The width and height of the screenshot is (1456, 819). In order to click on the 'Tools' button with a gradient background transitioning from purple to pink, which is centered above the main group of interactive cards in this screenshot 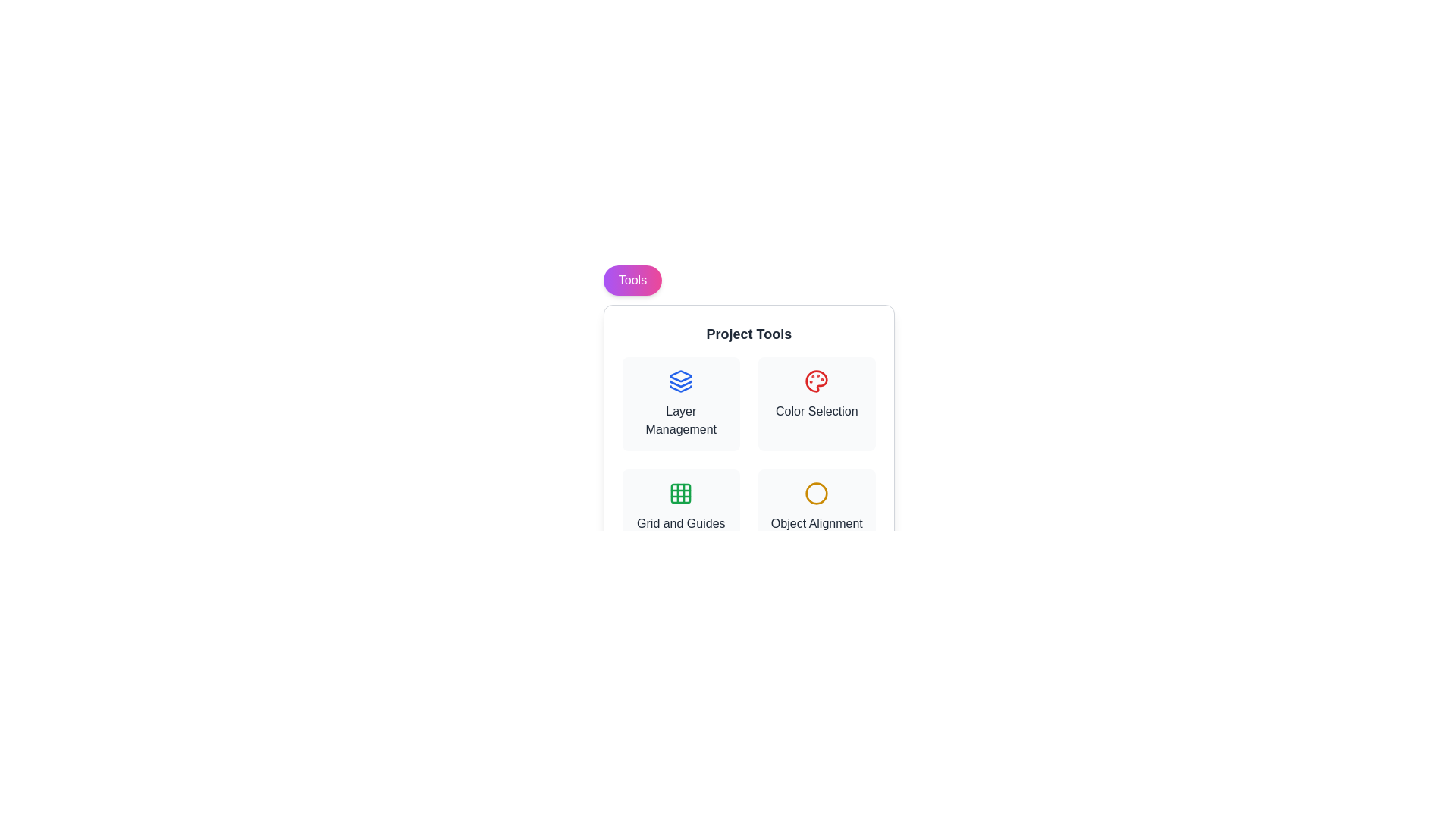, I will do `click(632, 281)`.